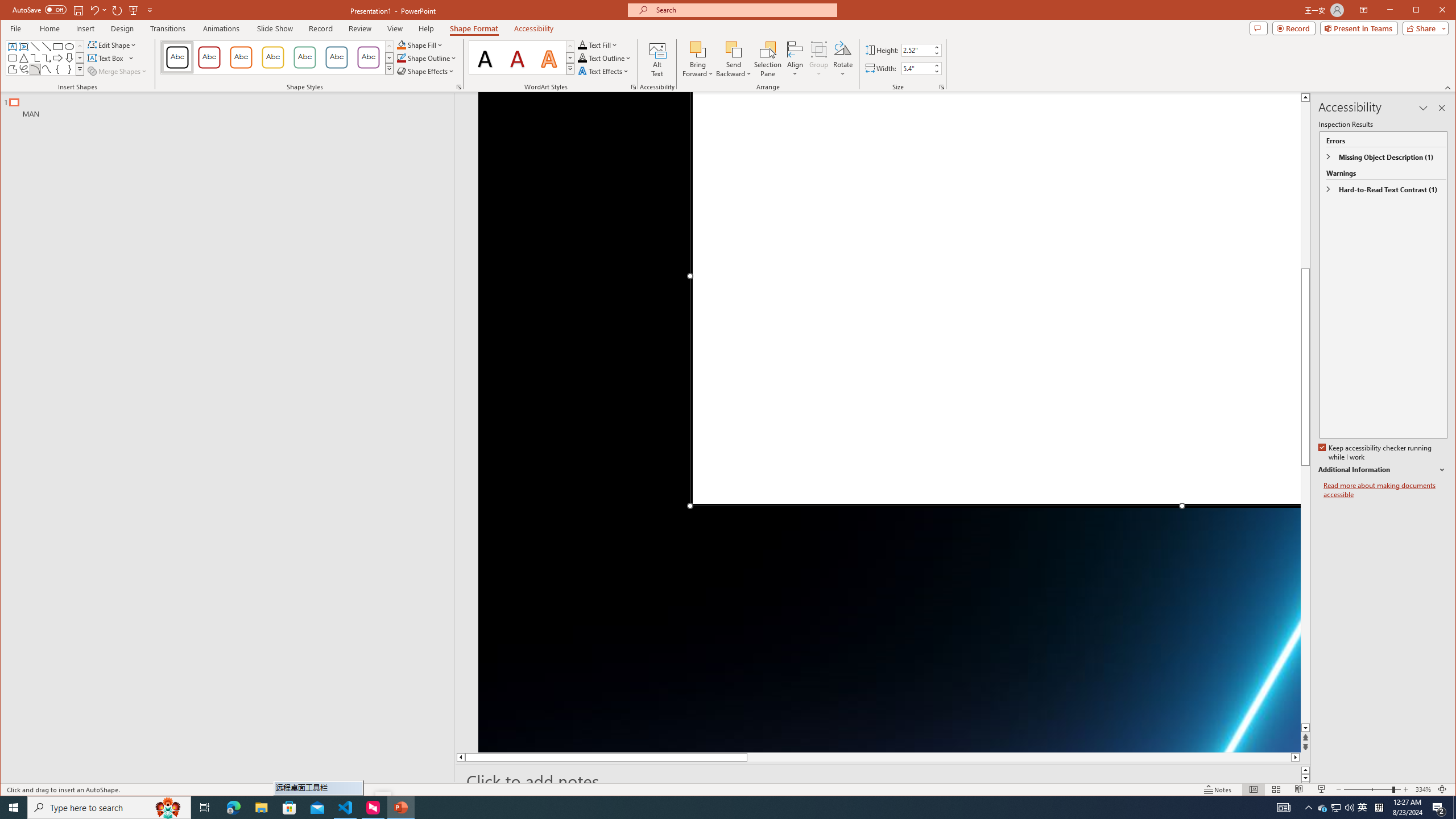 The width and height of the screenshot is (1456, 819). What do you see at coordinates (427, 28) in the screenshot?
I see `'Help'` at bounding box center [427, 28].